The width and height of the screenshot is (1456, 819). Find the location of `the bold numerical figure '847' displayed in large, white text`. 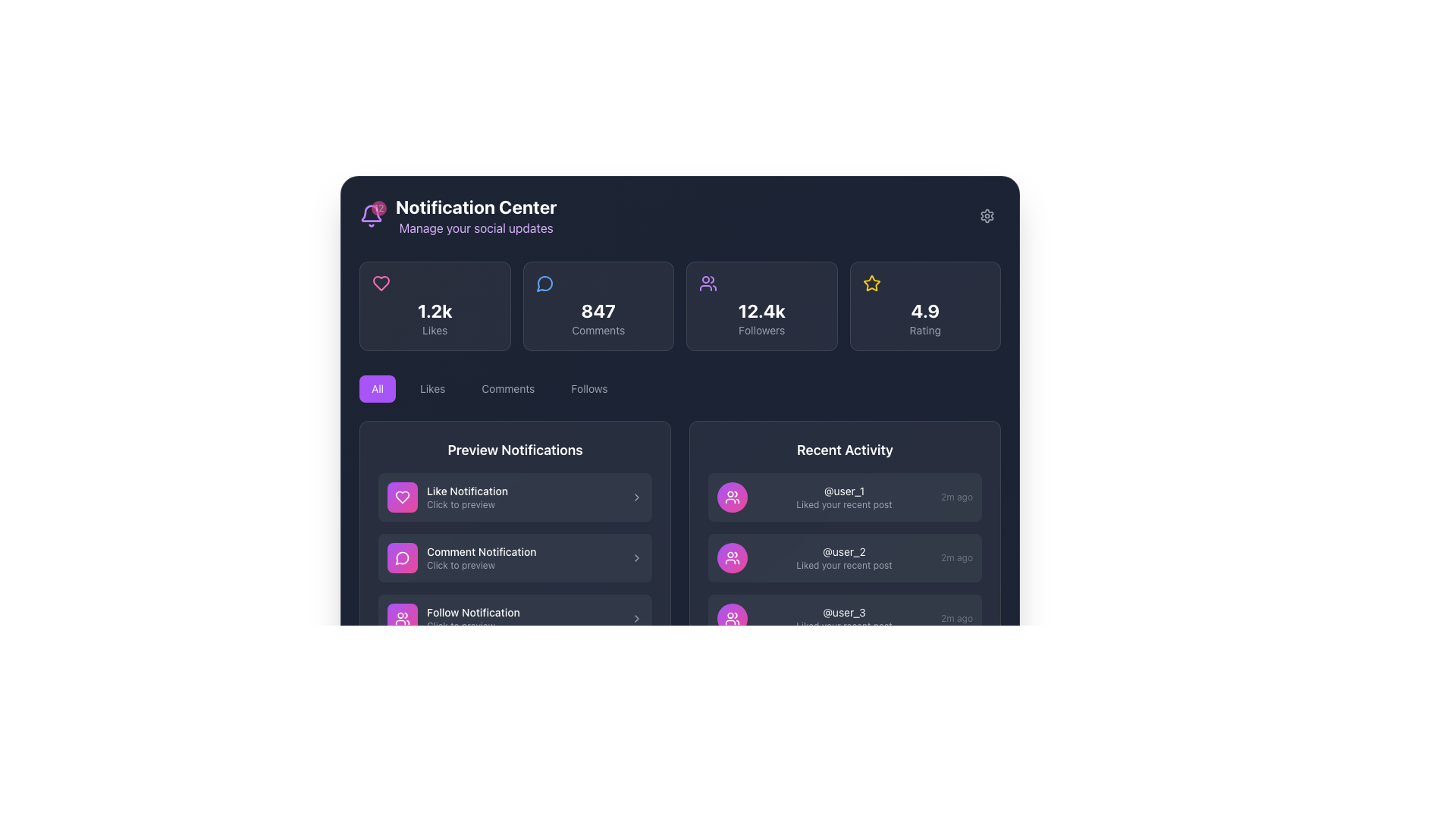

the bold numerical figure '847' displayed in large, white text is located at coordinates (598, 309).